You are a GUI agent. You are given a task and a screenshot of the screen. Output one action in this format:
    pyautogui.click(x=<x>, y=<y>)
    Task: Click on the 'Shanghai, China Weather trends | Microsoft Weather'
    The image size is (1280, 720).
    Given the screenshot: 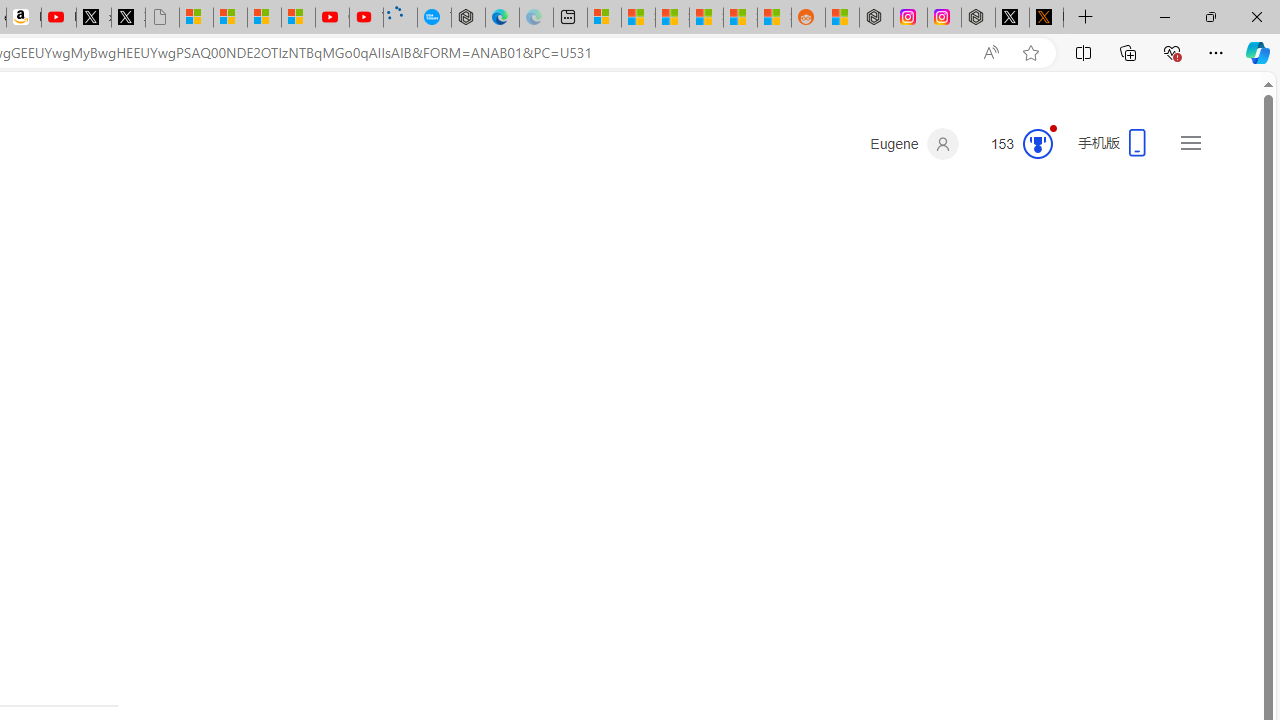 What is the action you would take?
    pyautogui.click(x=773, y=17)
    